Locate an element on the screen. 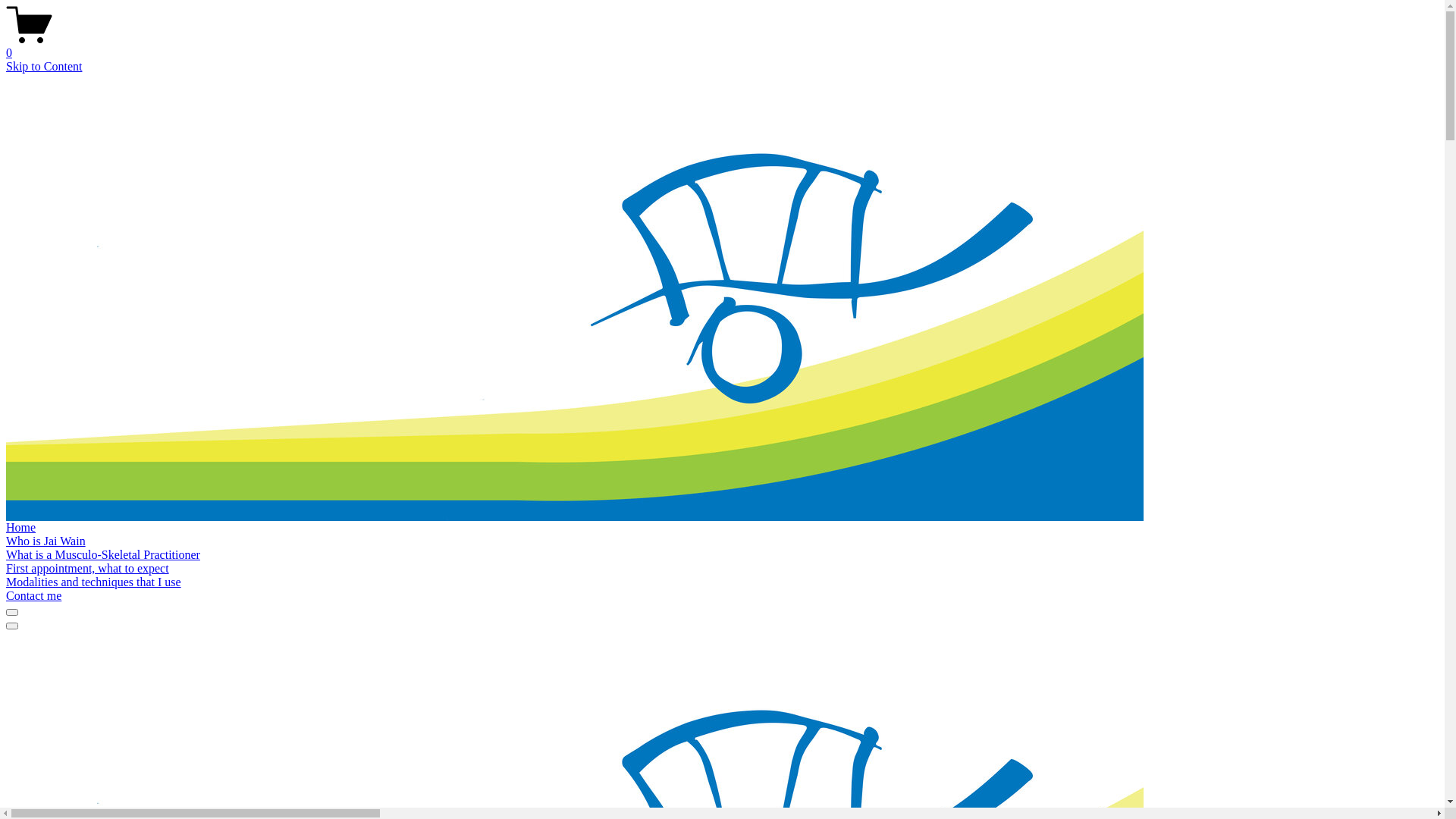 This screenshot has width=1456, height=819. 'First appointment, what to expect' is located at coordinates (86, 568).